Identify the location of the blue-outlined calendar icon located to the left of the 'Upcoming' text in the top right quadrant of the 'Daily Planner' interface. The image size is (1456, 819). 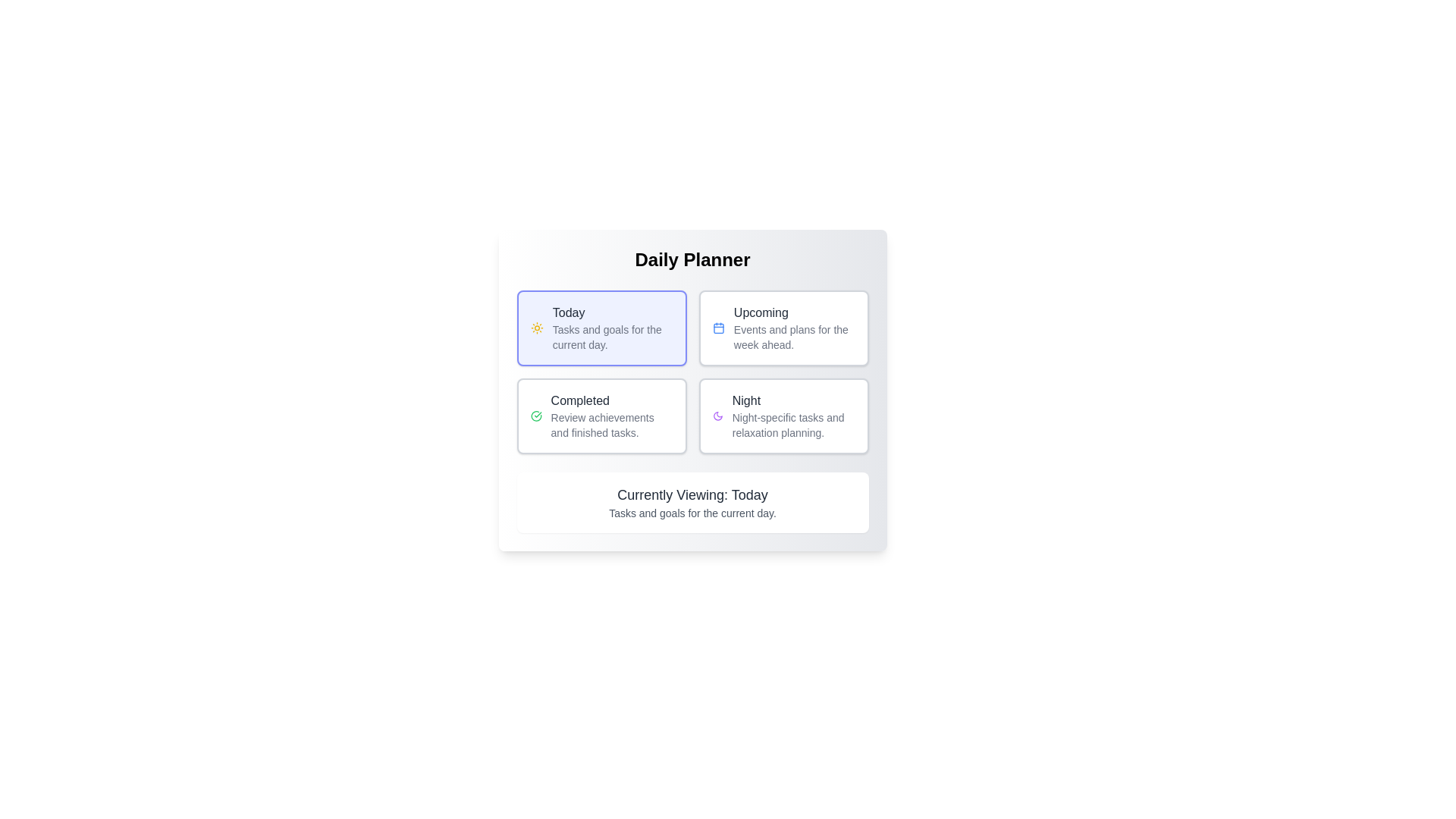
(717, 327).